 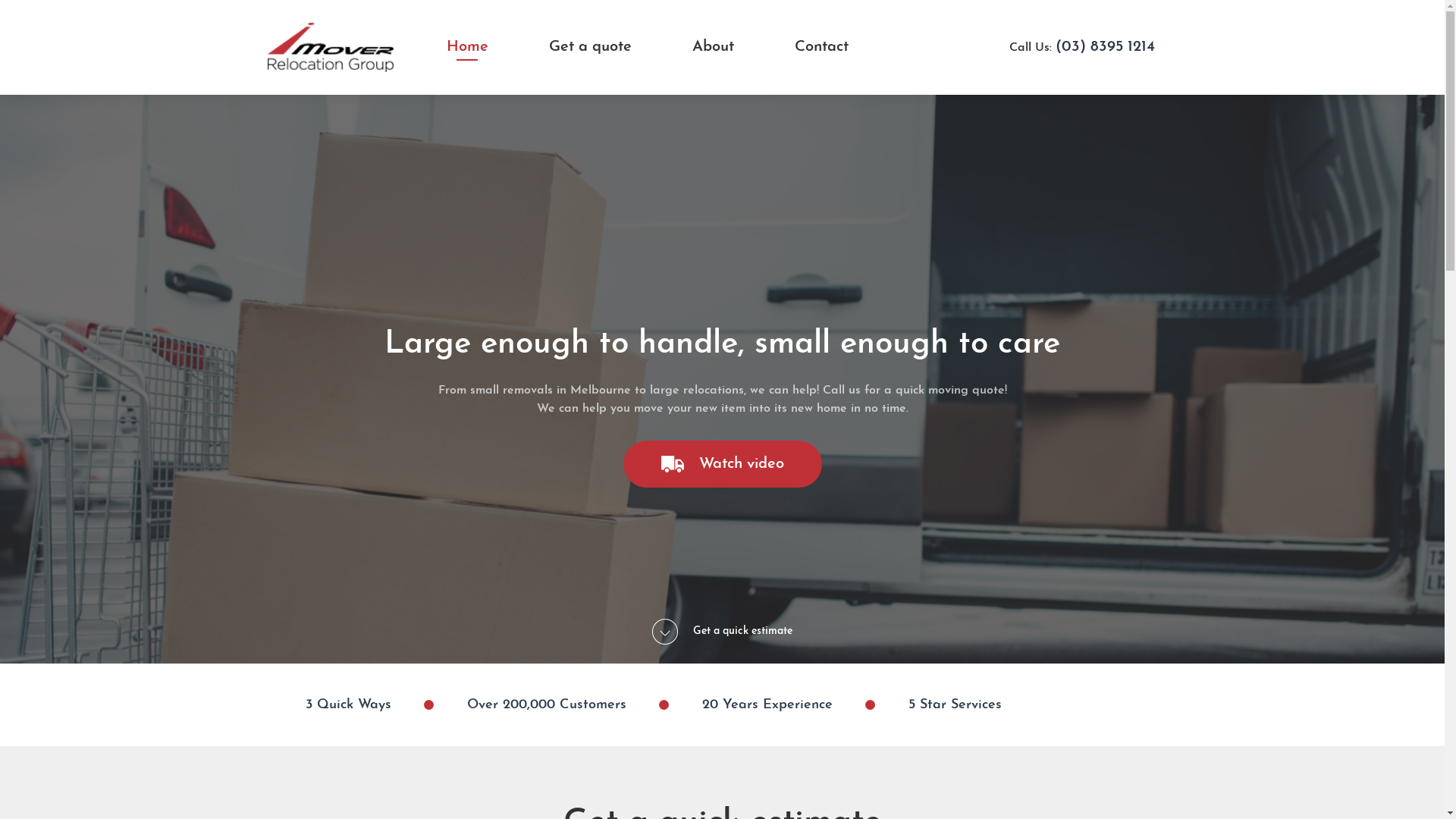 What do you see at coordinates (466, 45) in the screenshot?
I see `'Home'` at bounding box center [466, 45].